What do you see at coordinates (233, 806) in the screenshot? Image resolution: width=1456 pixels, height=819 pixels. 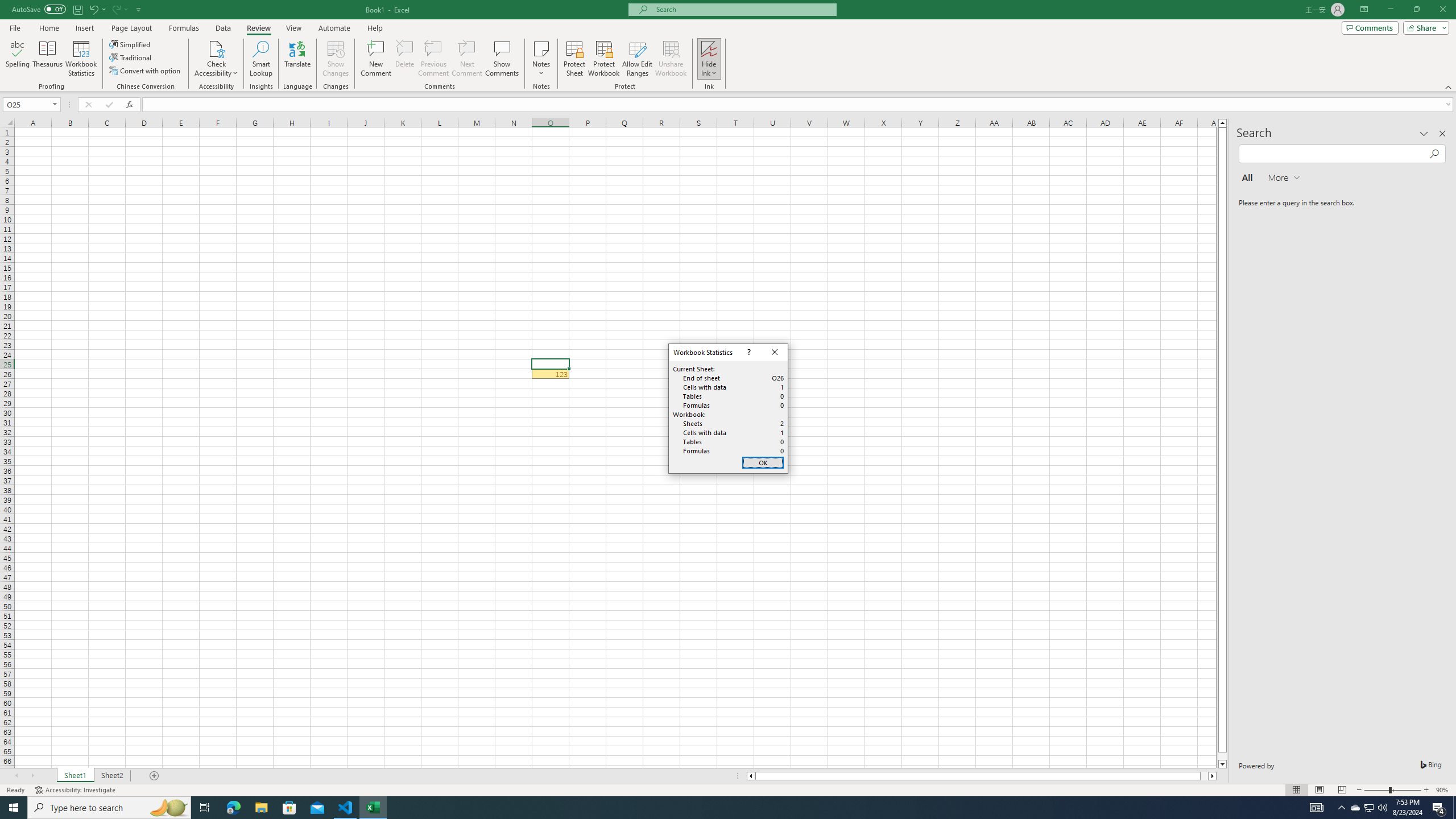 I see `'Microsoft Edge'` at bounding box center [233, 806].